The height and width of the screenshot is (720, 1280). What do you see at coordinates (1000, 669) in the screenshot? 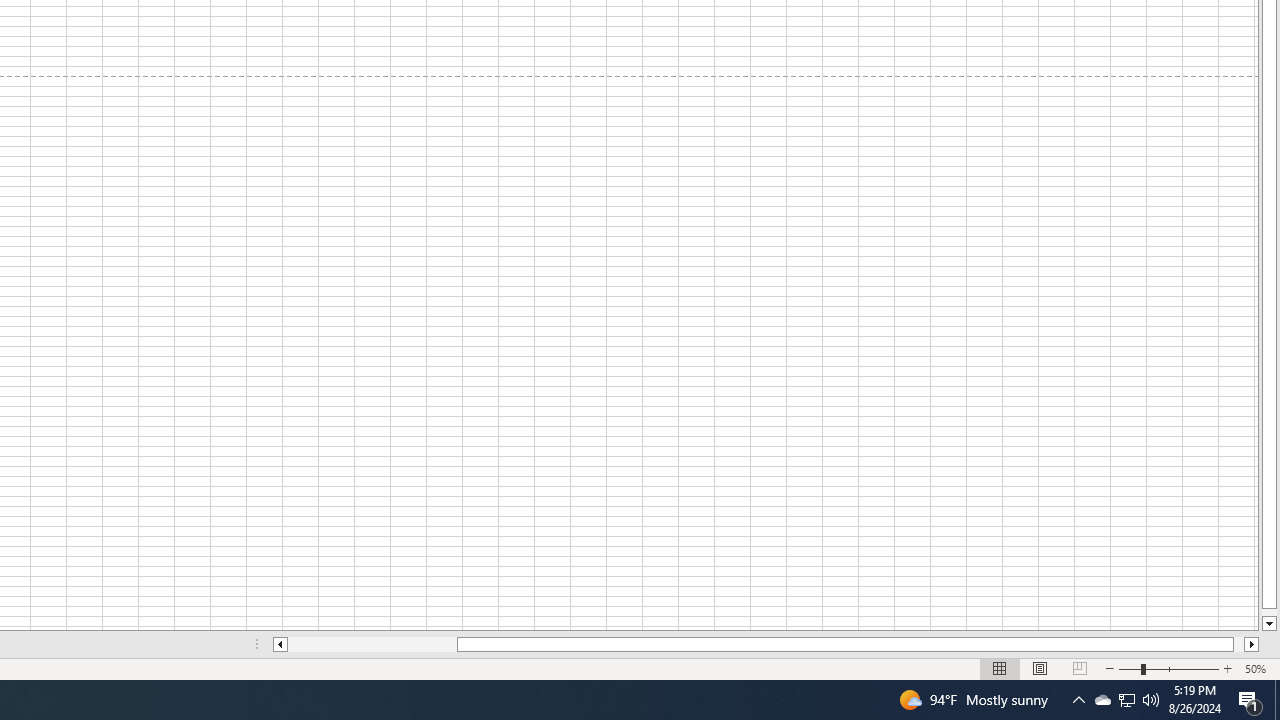
I see `'Normal'` at bounding box center [1000, 669].